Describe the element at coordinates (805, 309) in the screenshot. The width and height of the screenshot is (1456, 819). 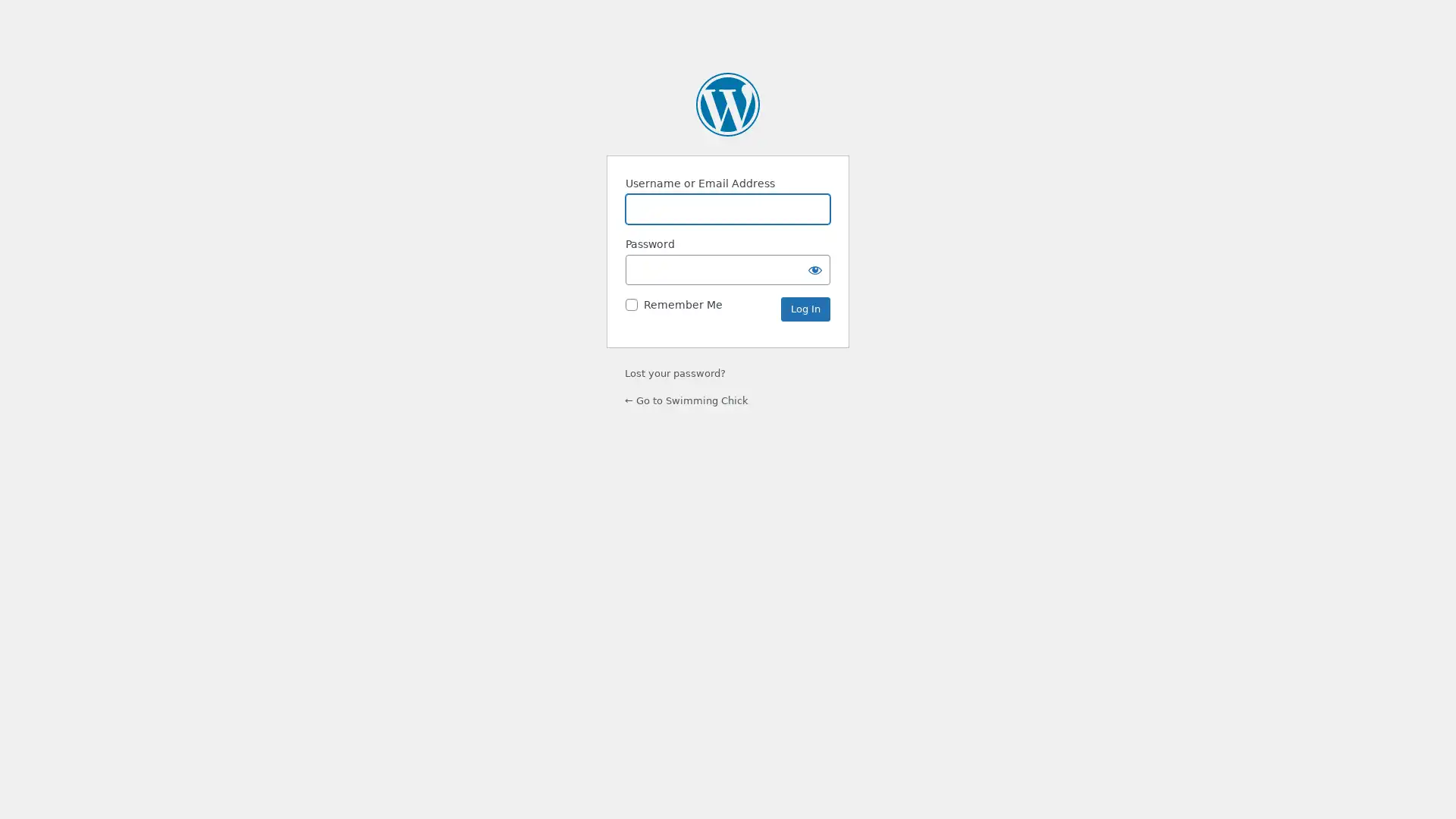
I see `Log In` at that location.